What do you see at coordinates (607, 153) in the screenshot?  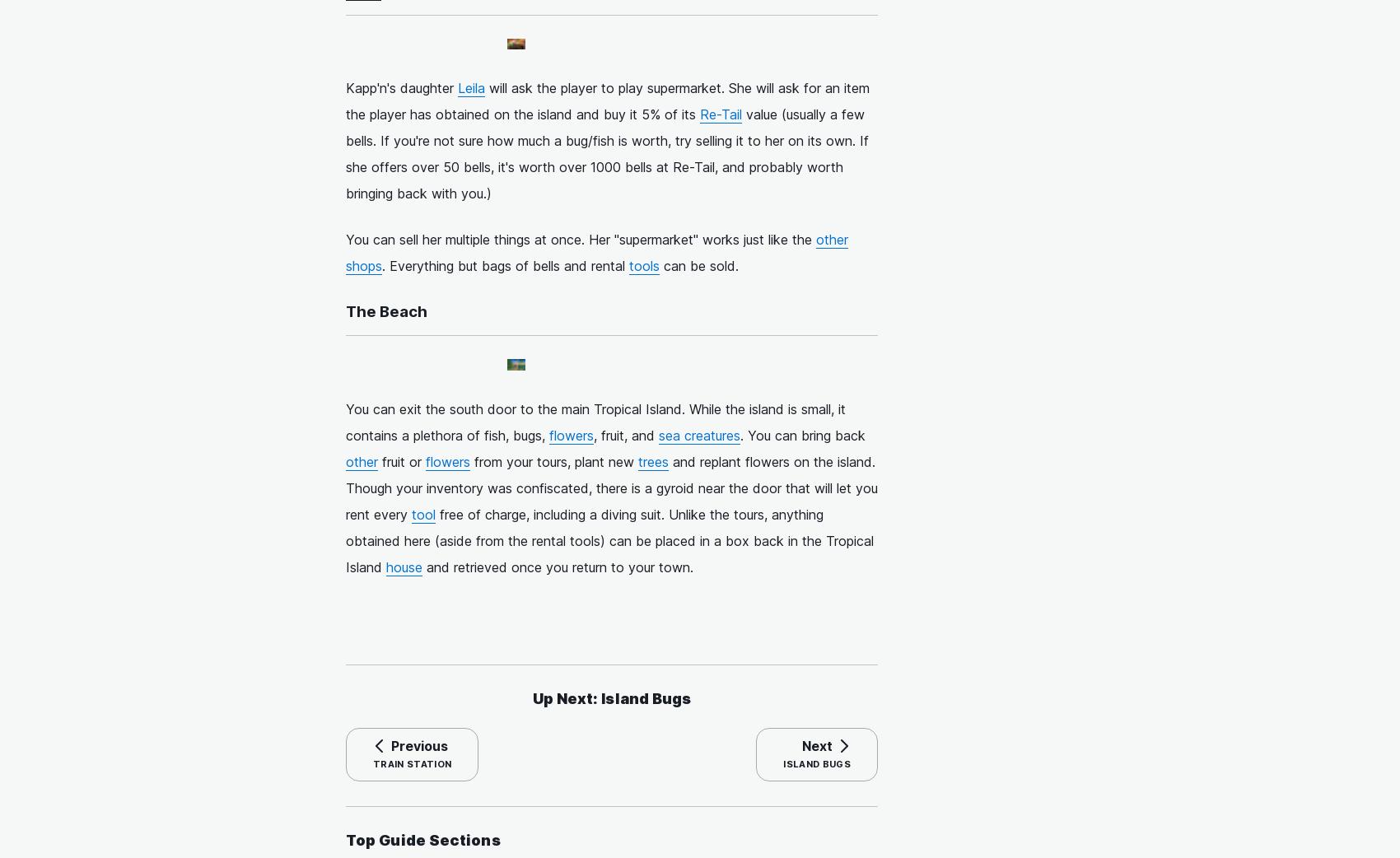 I see `'value (usually a few bells. If you're not sure how much a bug/fish is worth, try selling it to her on its own. If she offers over 50 bells, it's worth over 1000 bells at Re-Tail, and probably worth bringing back with you.)'` at bounding box center [607, 153].